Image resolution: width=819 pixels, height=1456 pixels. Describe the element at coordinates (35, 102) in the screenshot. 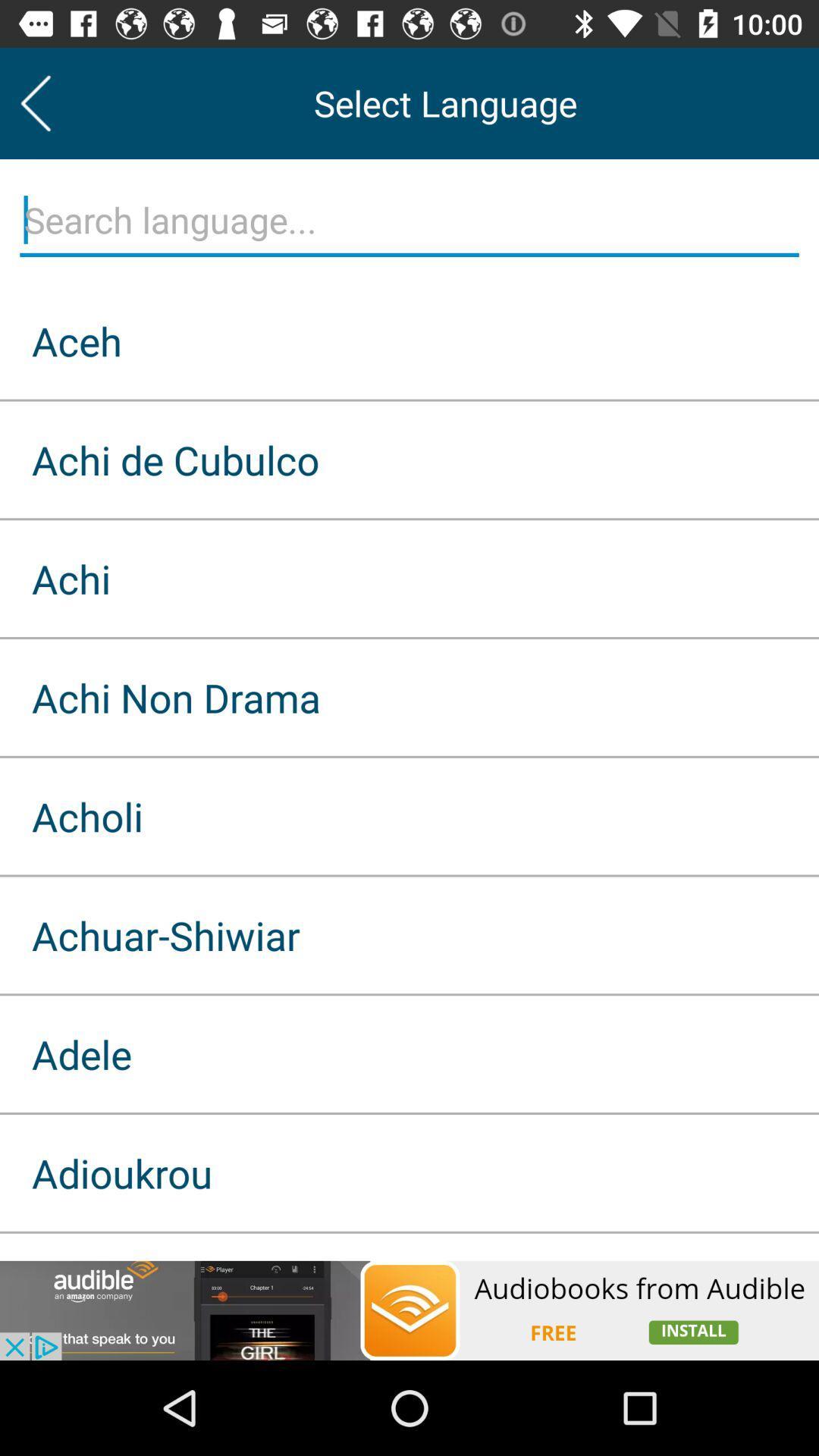

I see `back option` at that location.